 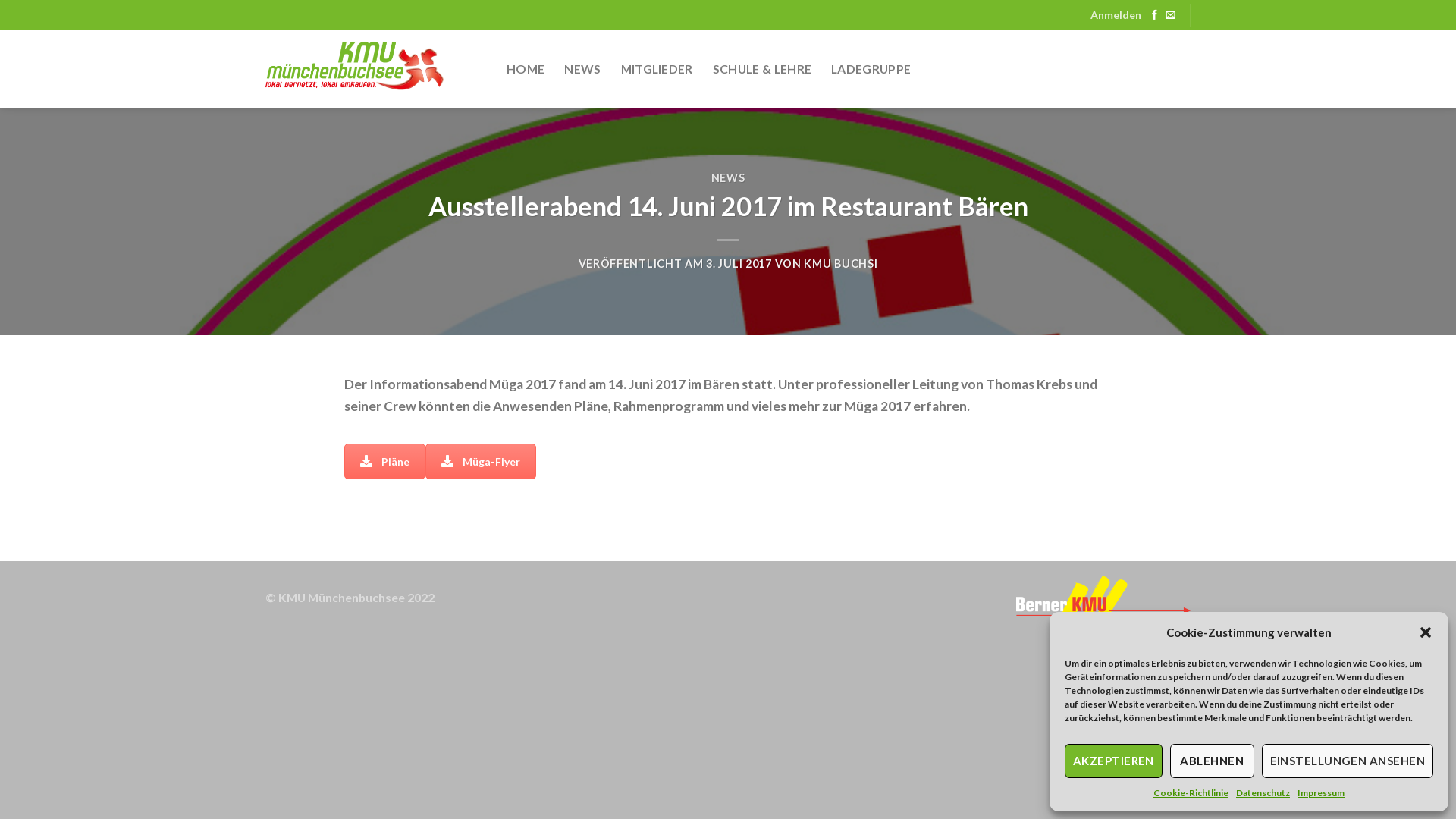 I want to click on 'Impressum', so click(x=1296, y=792).